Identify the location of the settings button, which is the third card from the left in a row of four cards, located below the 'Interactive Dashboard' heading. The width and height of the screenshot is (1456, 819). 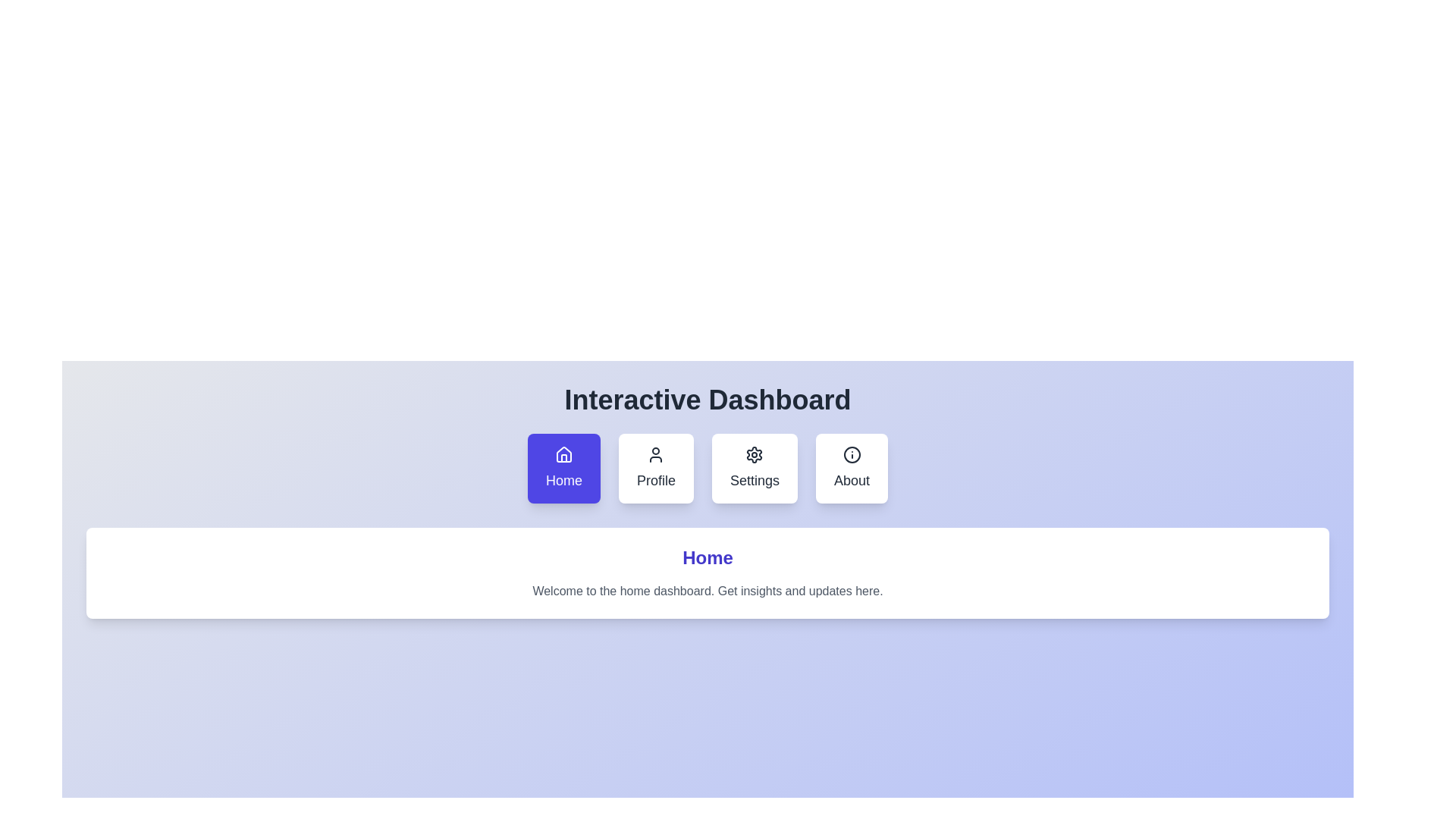
(755, 467).